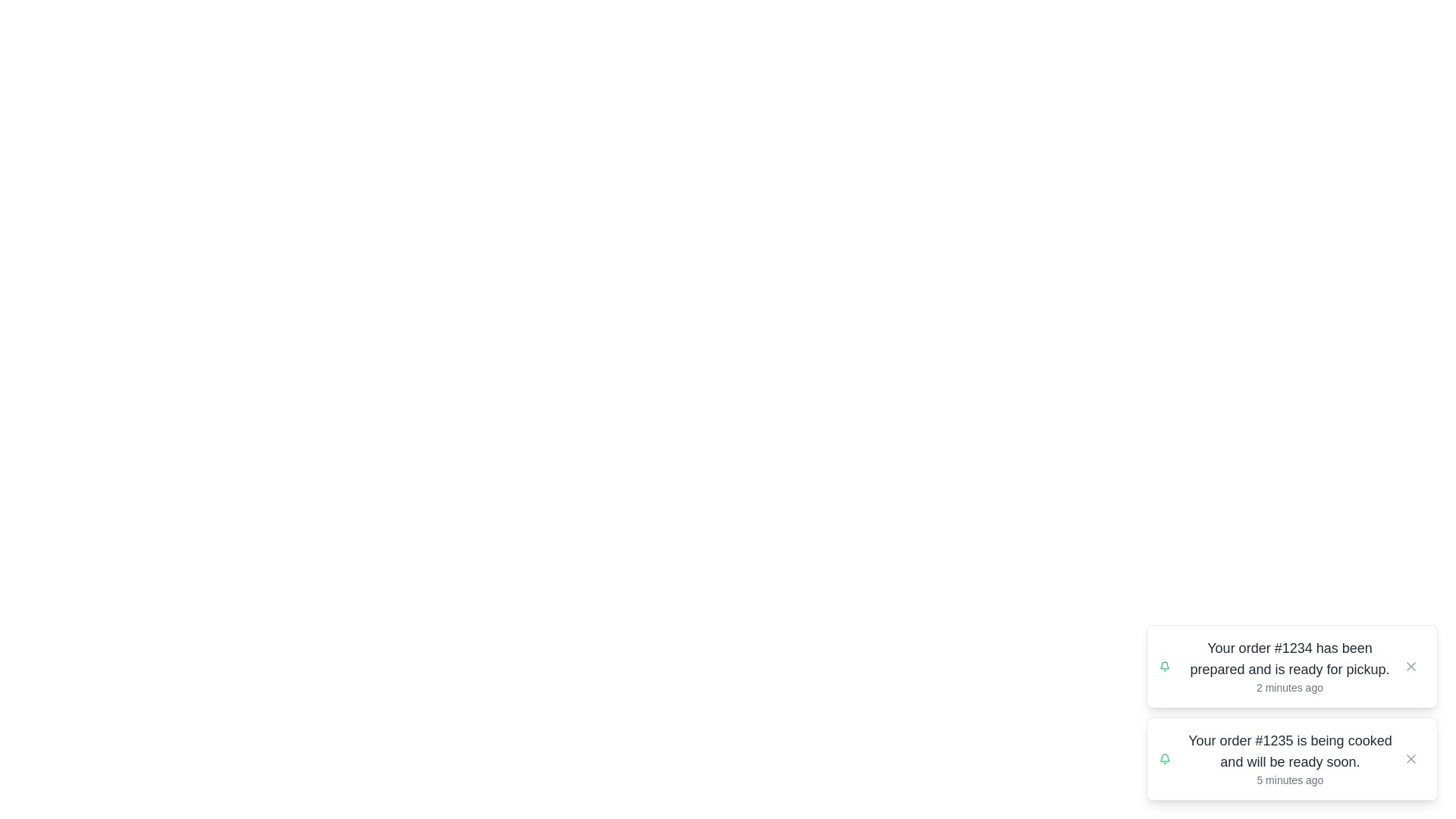 This screenshot has height=819, width=1456. I want to click on the close button located in the lower right corner of the notification card, so click(1410, 759).